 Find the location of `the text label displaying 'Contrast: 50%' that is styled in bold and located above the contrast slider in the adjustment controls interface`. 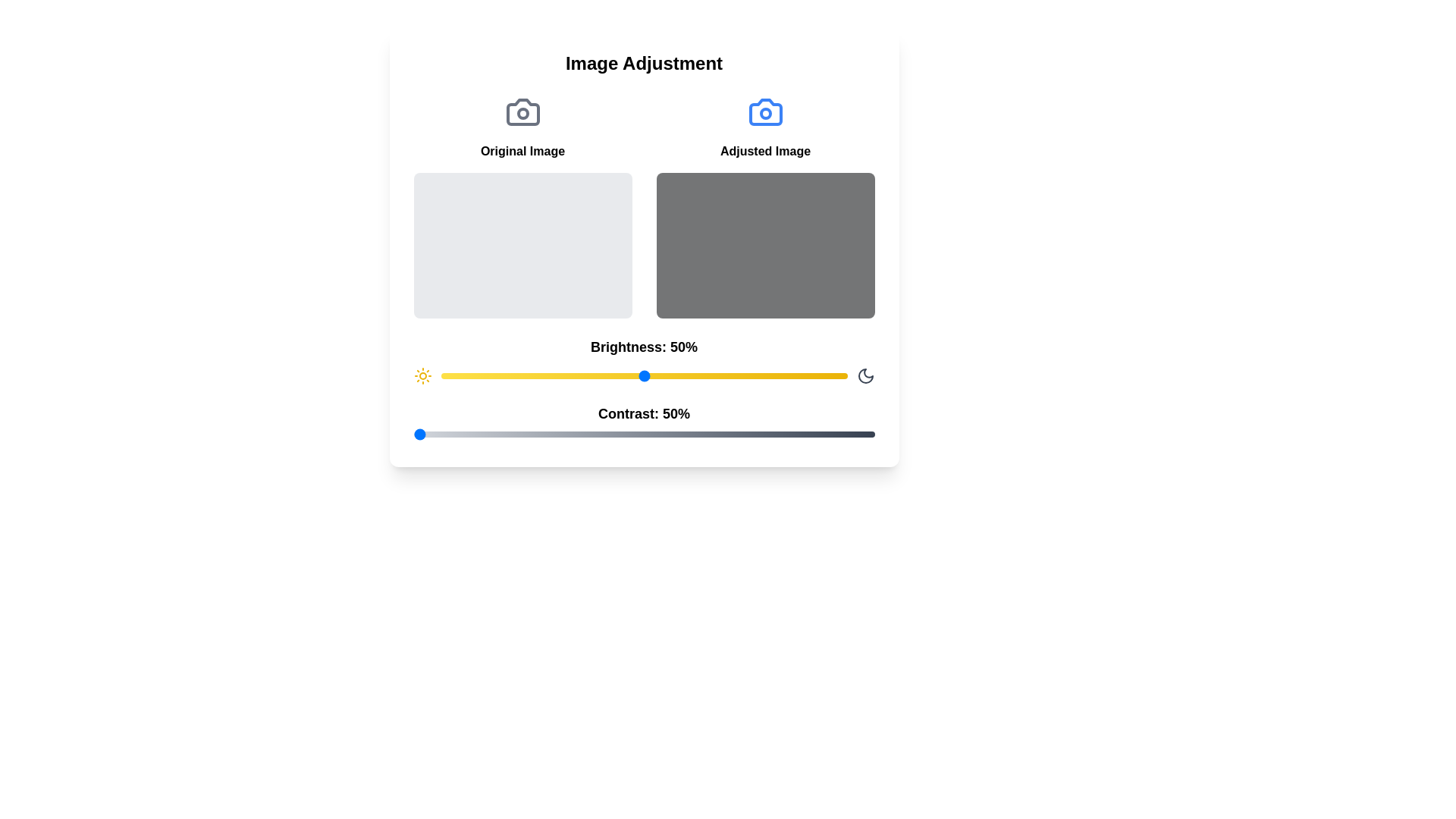

the text label displaying 'Contrast: 50%' that is styled in bold and located above the contrast slider in the adjustment controls interface is located at coordinates (644, 414).